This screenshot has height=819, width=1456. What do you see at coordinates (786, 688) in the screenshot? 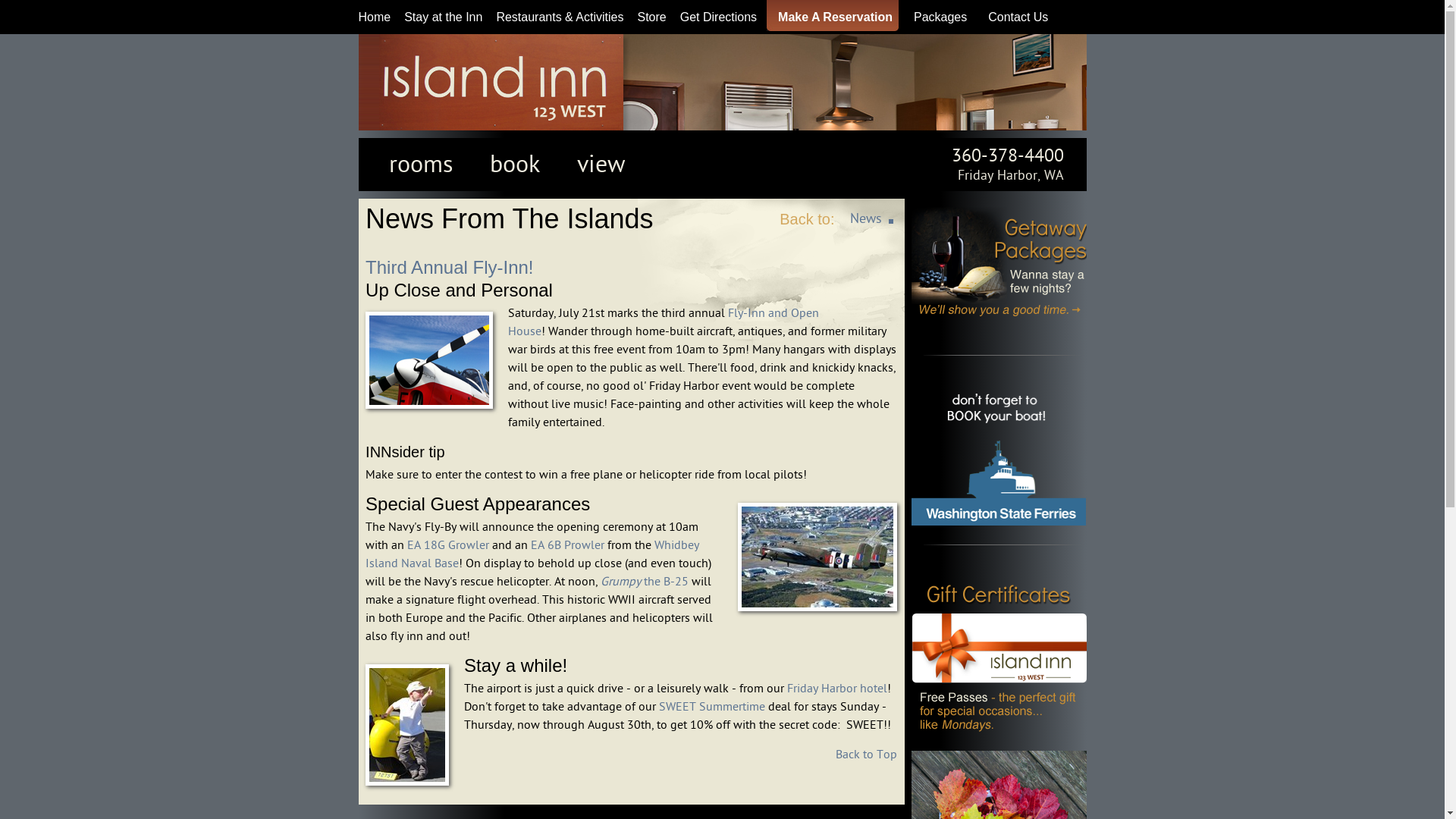
I see `'Friday Harbor hotel'` at bounding box center [786, 688].